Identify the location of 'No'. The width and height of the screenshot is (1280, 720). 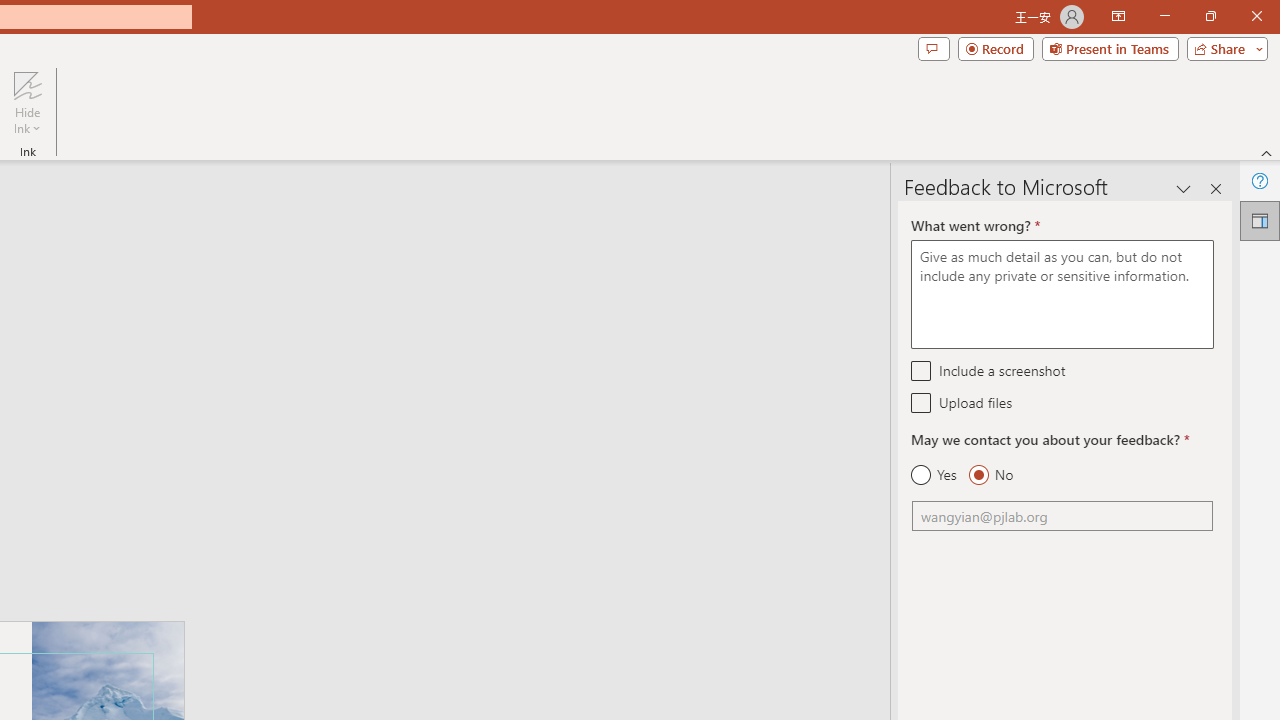
(990, 475).